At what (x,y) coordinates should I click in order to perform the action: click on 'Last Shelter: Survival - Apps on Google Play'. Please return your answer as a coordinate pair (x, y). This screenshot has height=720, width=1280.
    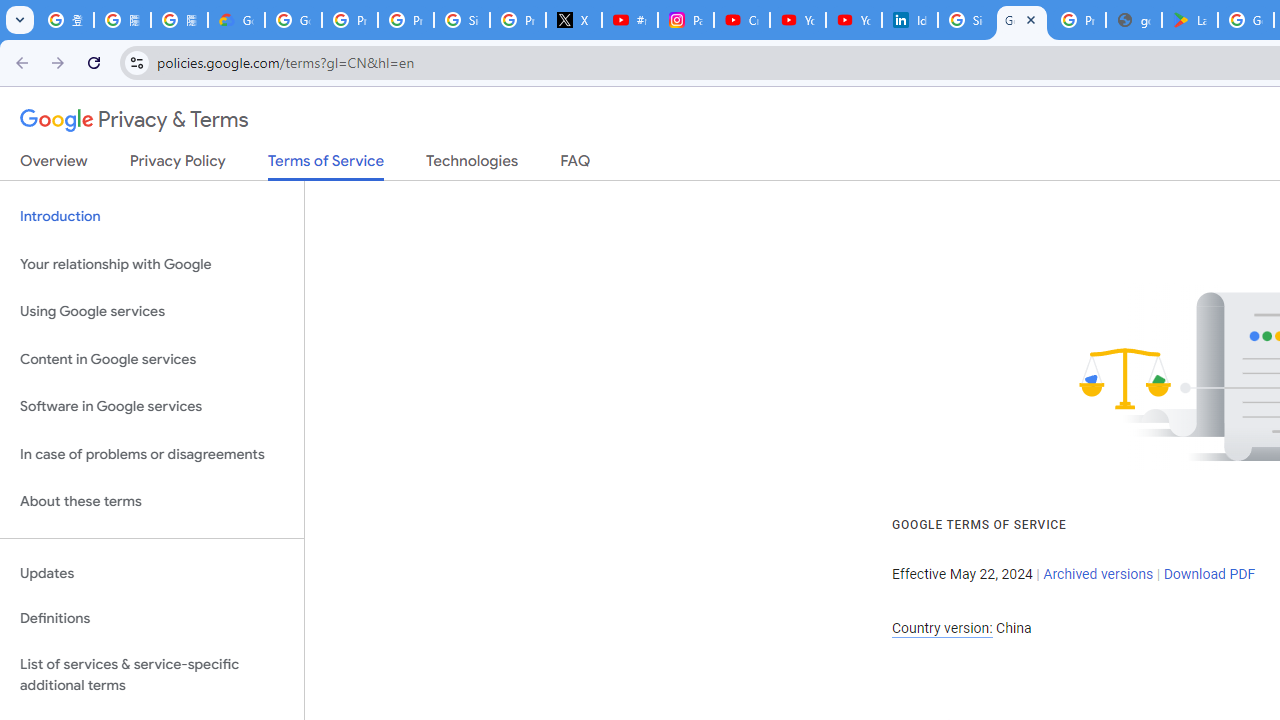
    Looking at the image, I should click on (1190, 20).